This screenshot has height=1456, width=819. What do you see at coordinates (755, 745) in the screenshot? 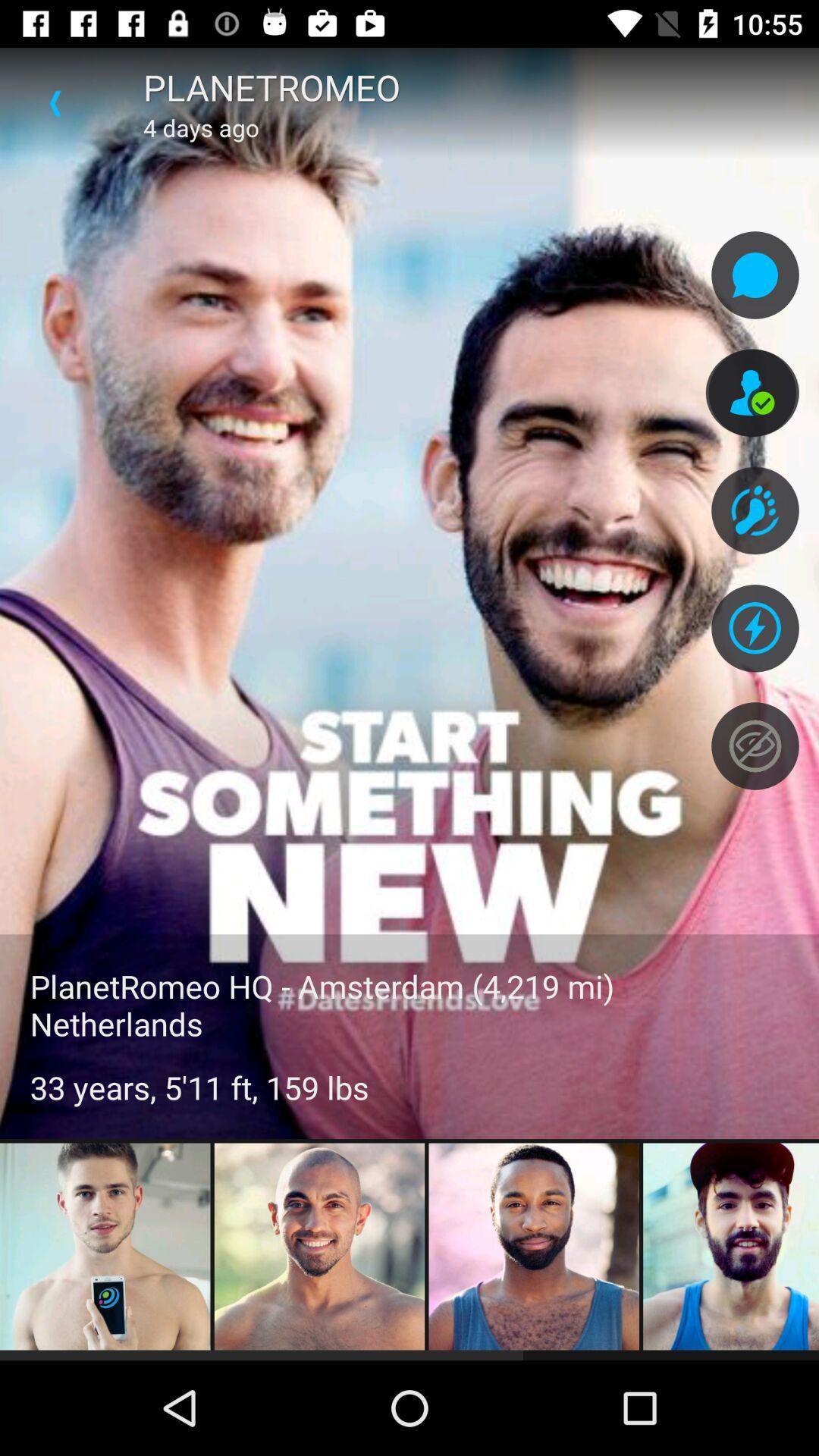
I see `the visibility icon` at bounding box center [755, 745].